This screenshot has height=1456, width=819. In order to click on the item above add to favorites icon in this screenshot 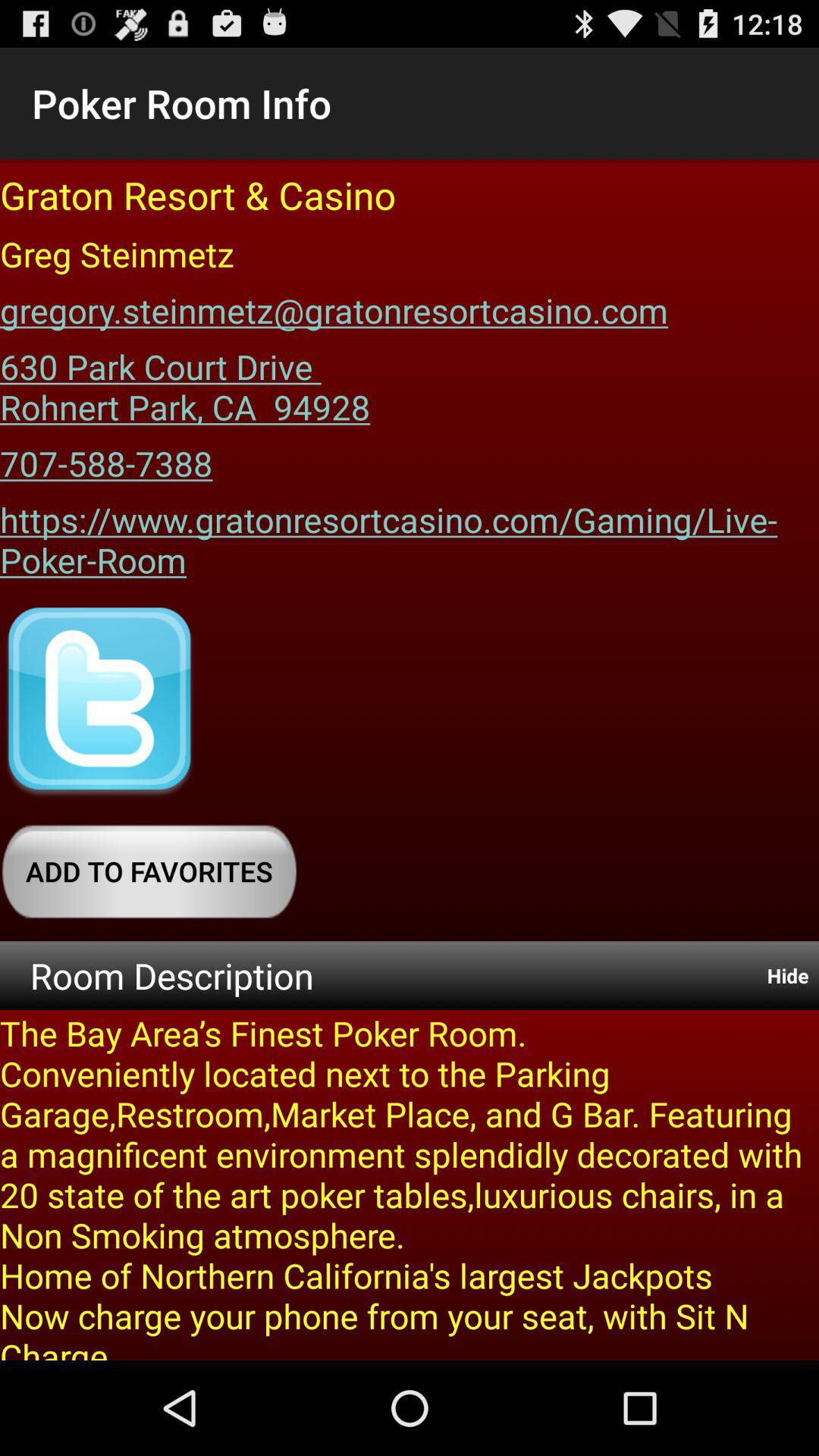, I will do `click(99, 701)`.